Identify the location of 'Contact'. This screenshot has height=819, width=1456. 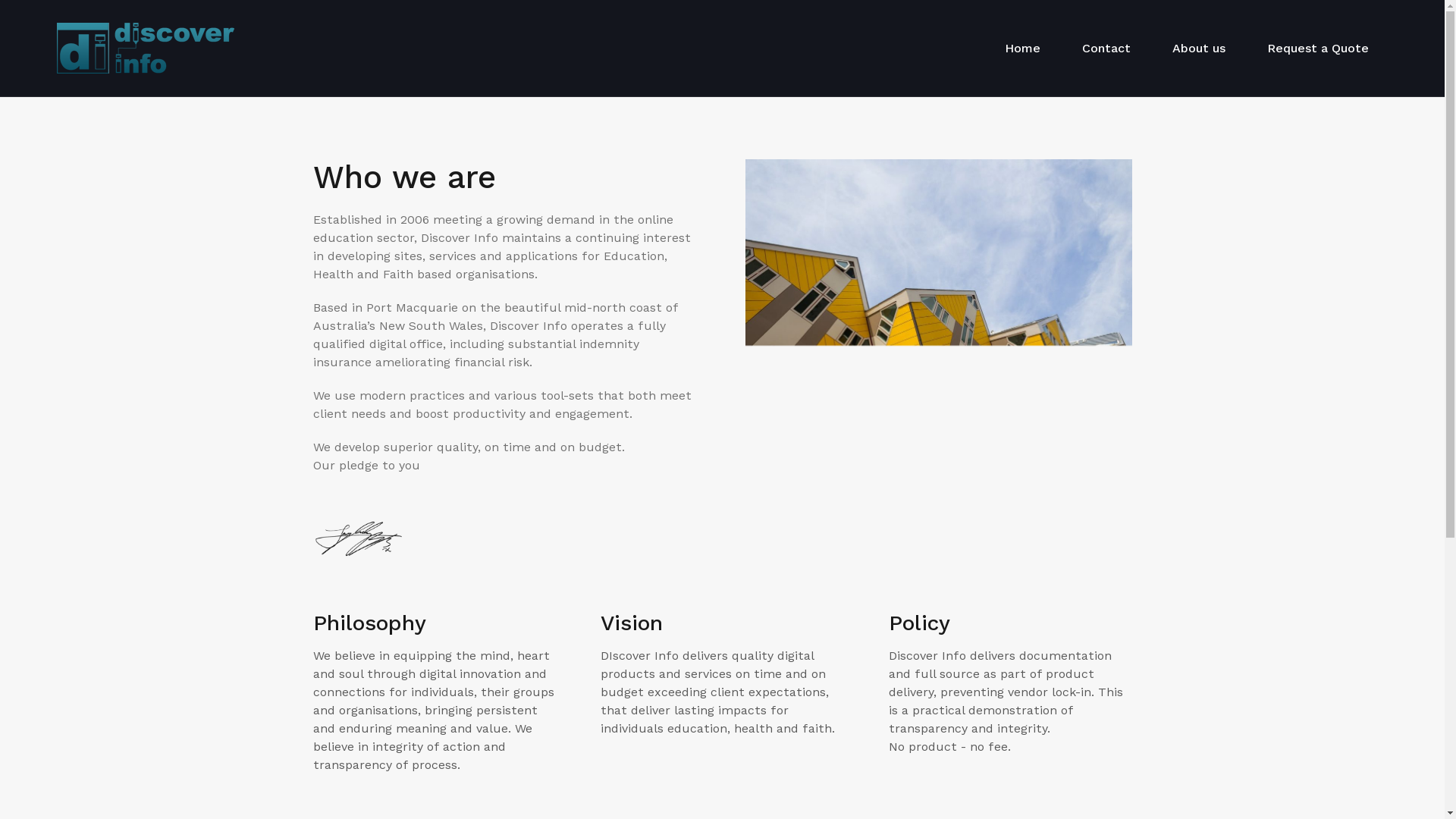
(1106, 48).